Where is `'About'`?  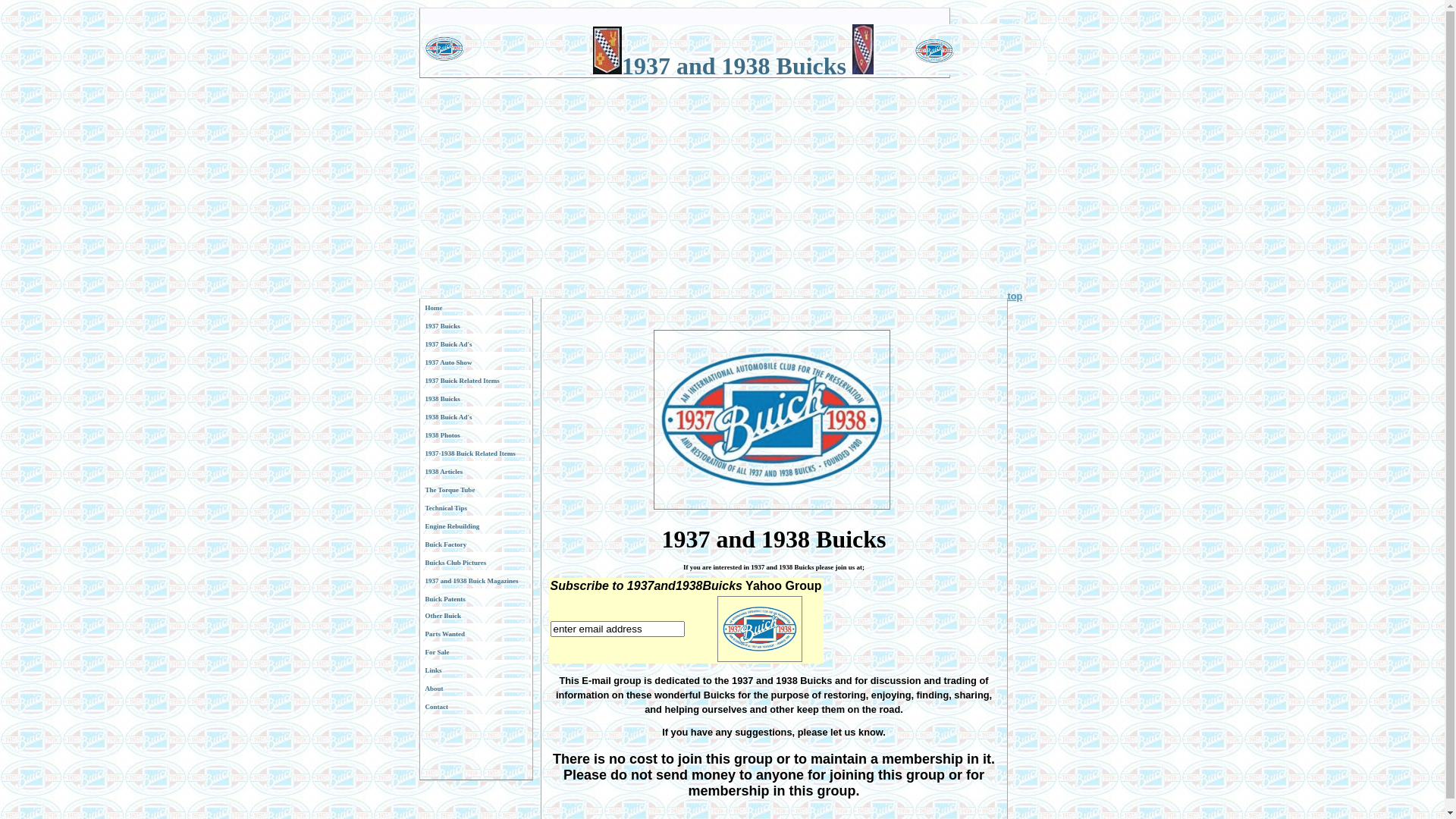
'About' is located at coordinates (419, 688).